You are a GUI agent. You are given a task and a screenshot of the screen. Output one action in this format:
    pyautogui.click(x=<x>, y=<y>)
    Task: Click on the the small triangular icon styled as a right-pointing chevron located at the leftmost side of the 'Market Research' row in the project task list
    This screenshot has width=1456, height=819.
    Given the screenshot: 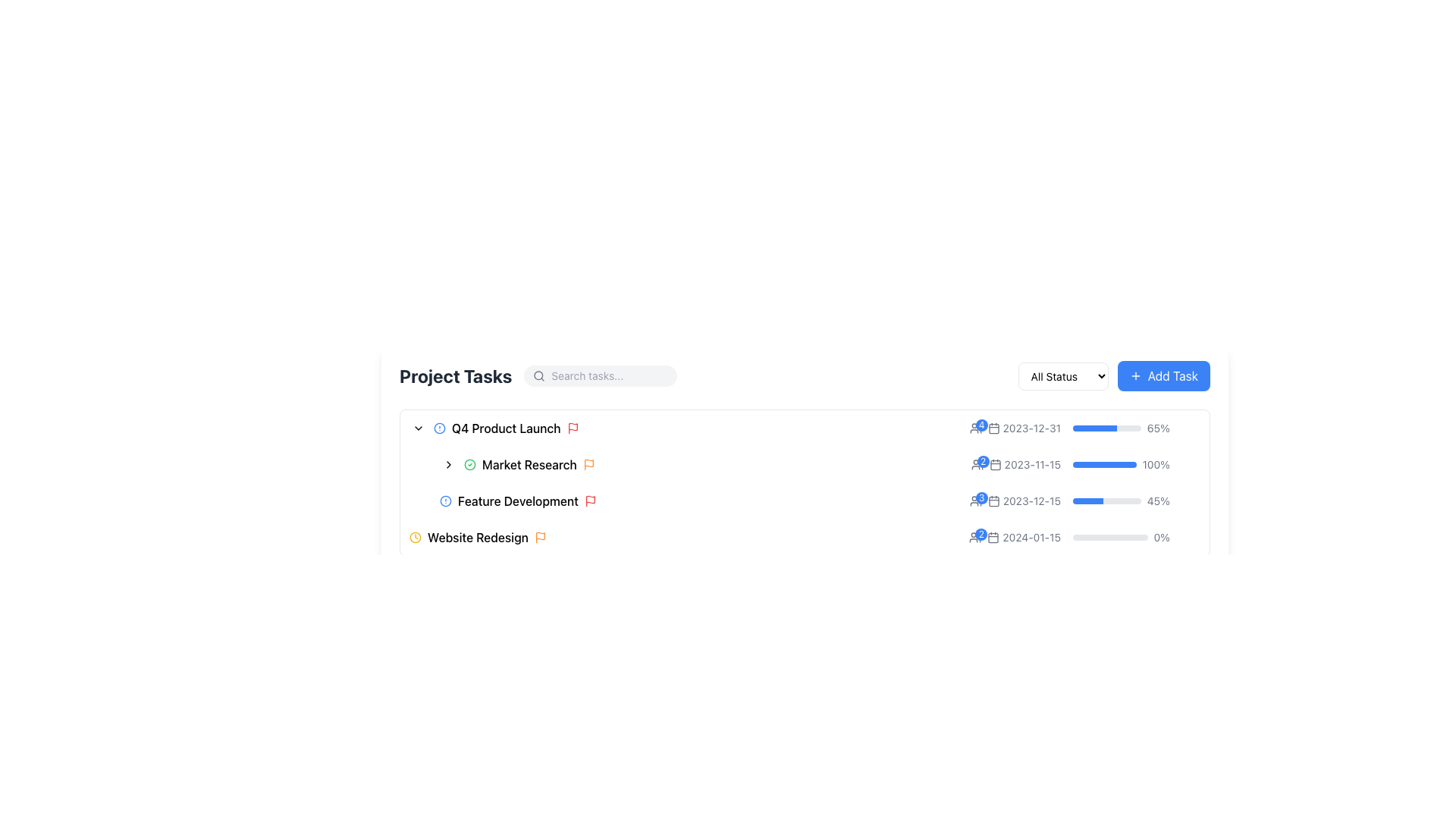 What is the action you would take?
    pyautogui.click(x=447, y=464)
    